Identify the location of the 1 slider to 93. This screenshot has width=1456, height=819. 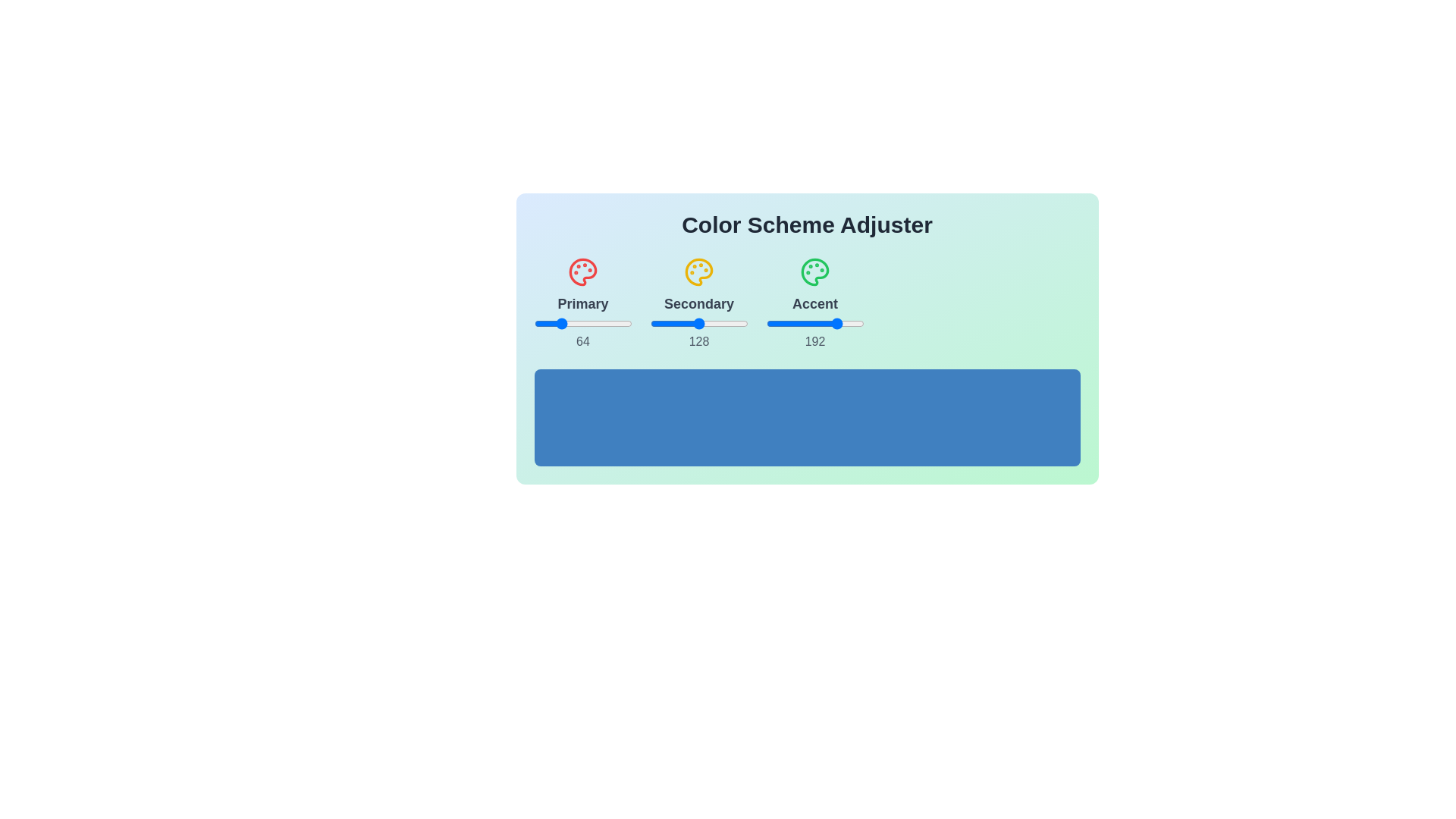
(735, 323).